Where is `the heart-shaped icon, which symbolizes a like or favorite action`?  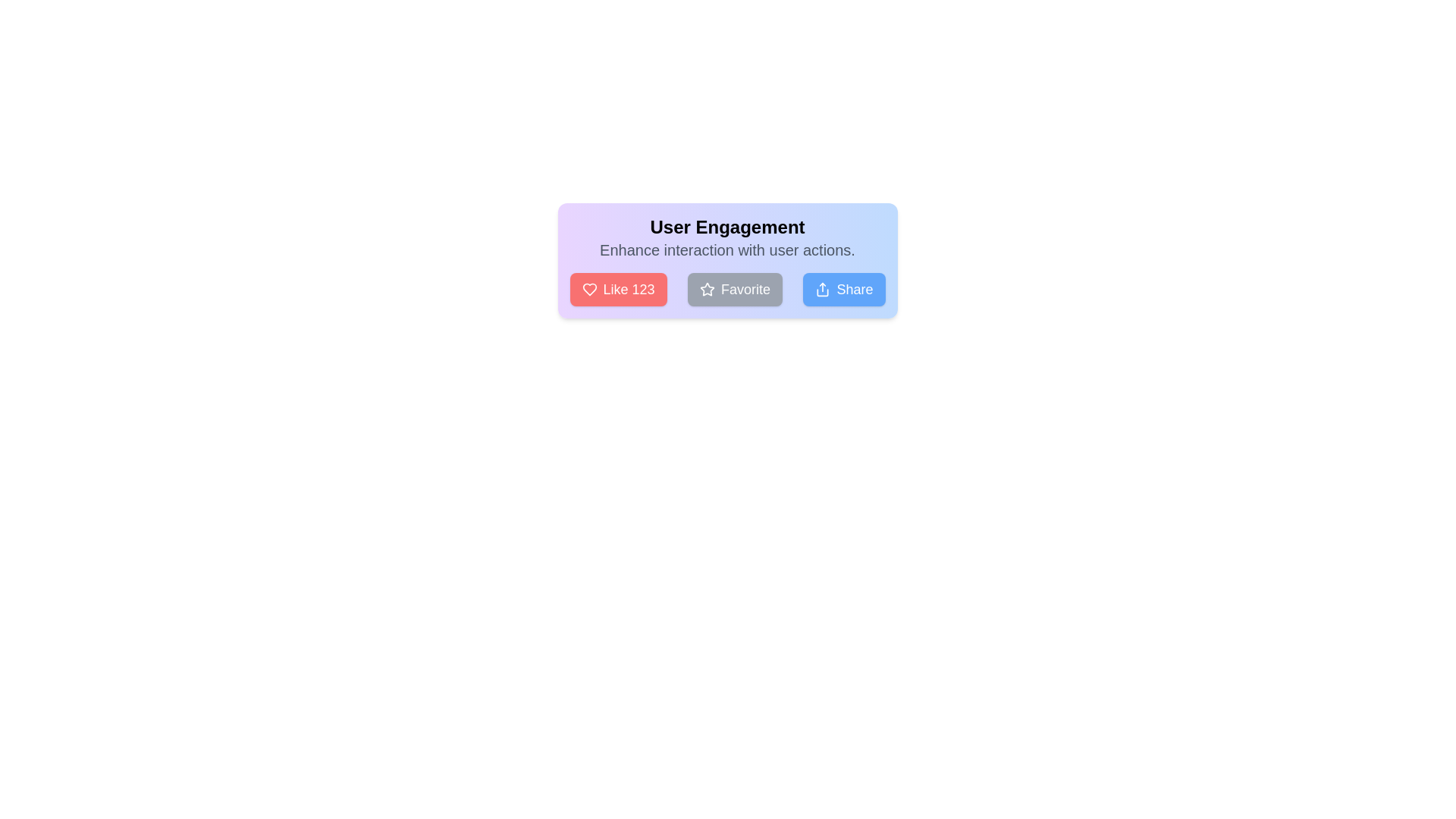
the heart-shaped icon, which symbolizes a like or favorite action is located at coordinates (588, 289).